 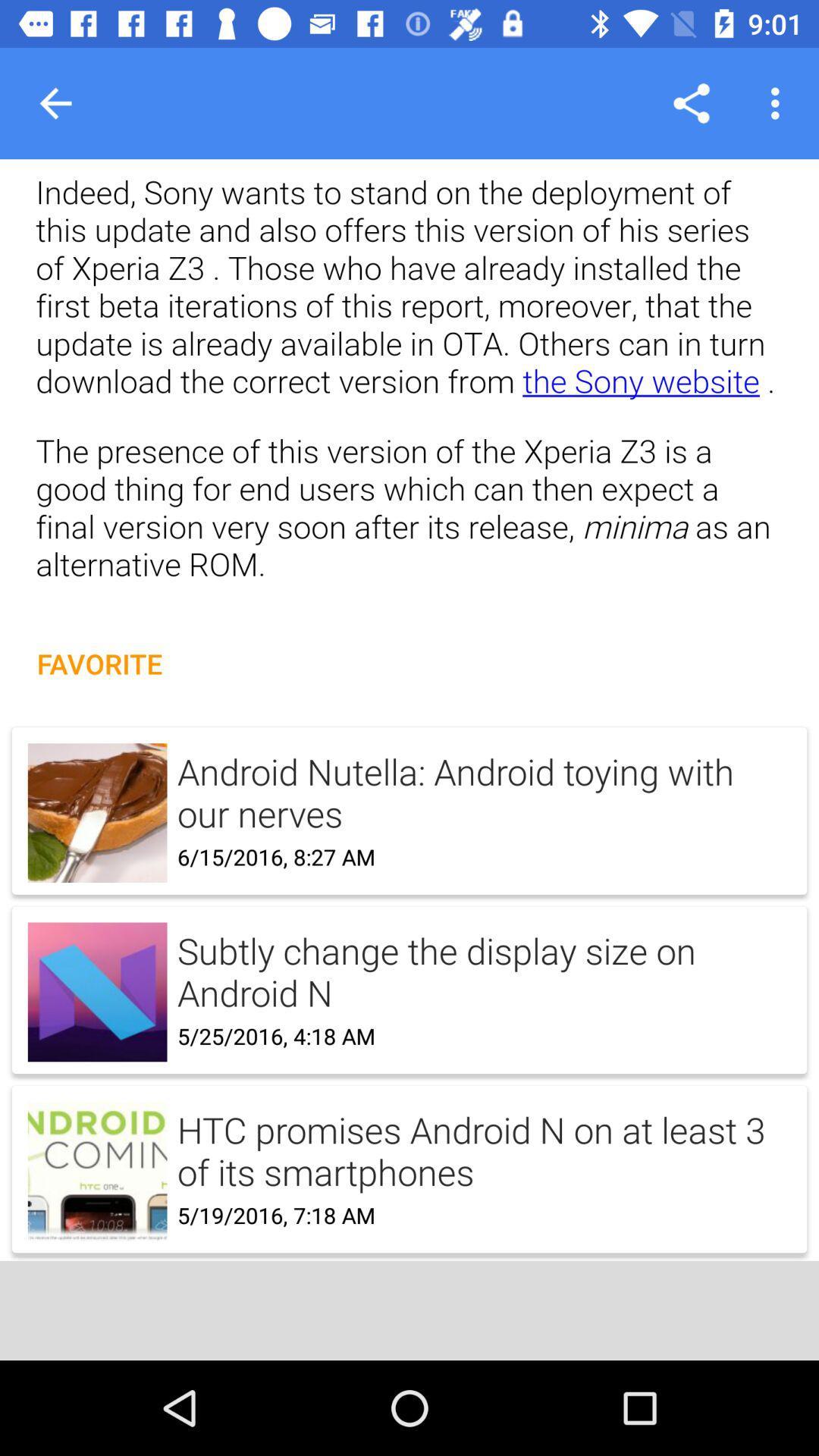 I want to click on favorite, so click(x=409, y=974).